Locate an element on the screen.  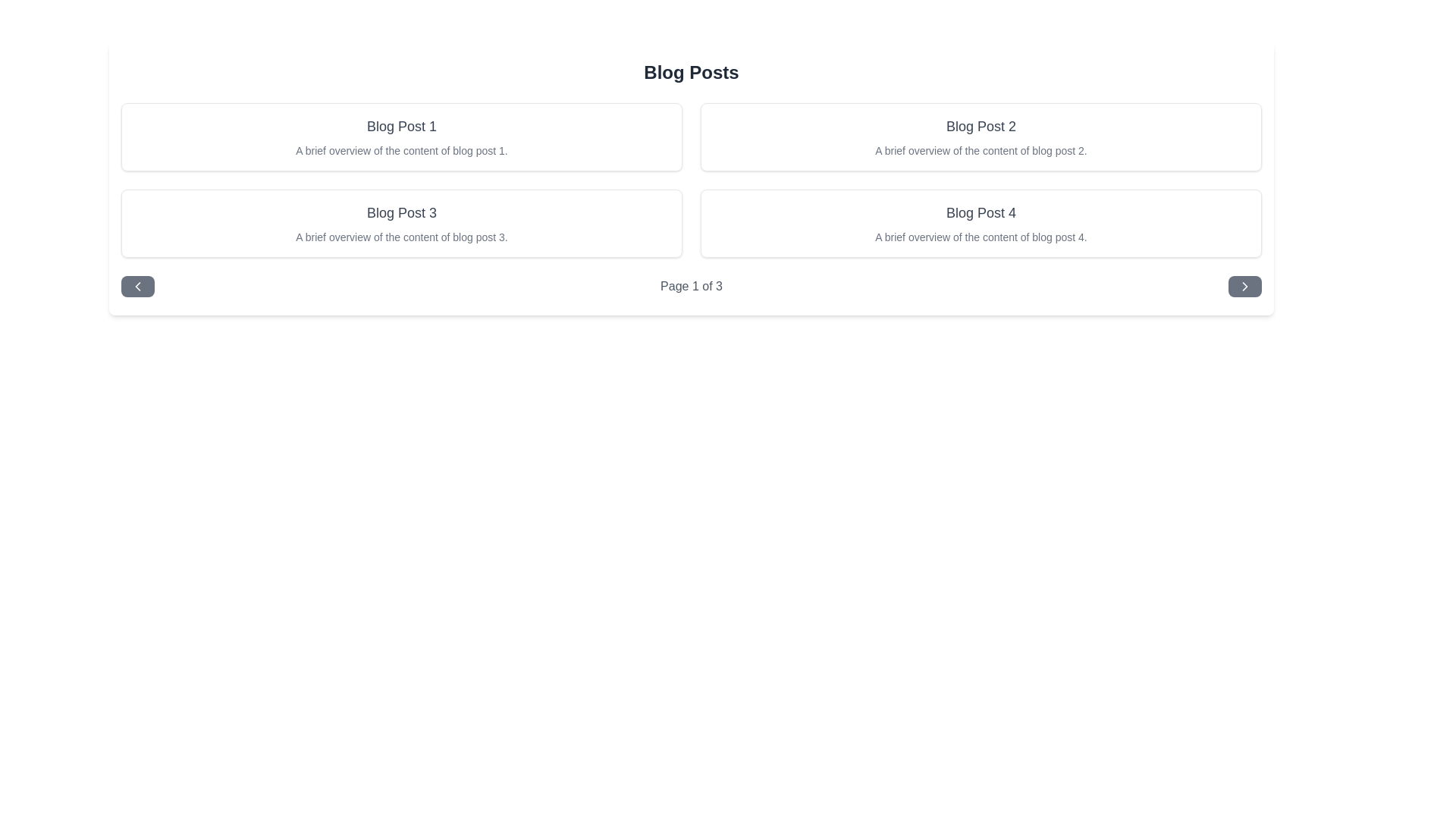
the right chevron icon within the navigation control at the bottom of the interface is located at coordinates (1244, 287).